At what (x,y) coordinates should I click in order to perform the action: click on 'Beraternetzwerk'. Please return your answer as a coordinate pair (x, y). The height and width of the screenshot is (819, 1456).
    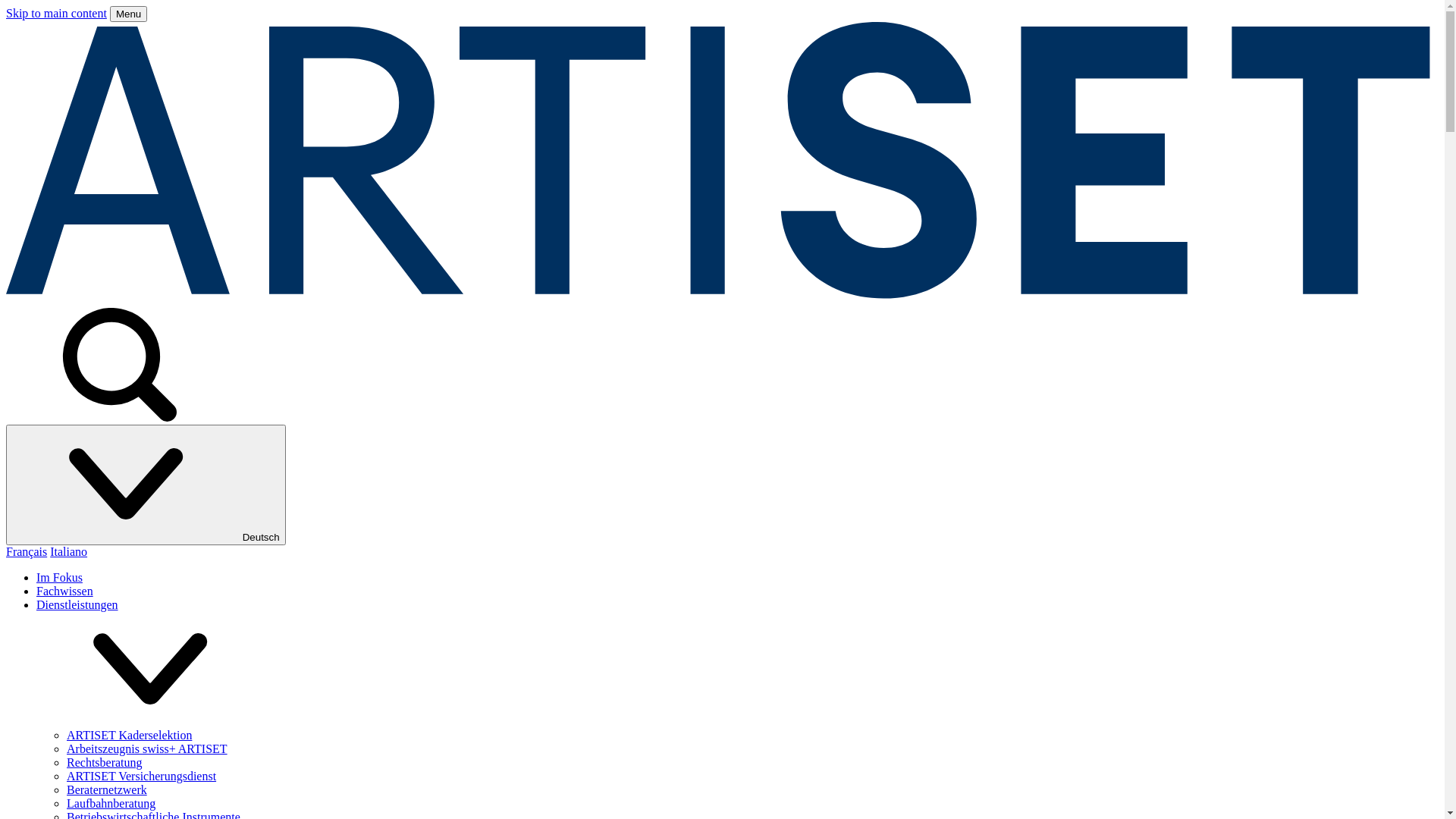
    Looking at the image, I should click on (105, 789).